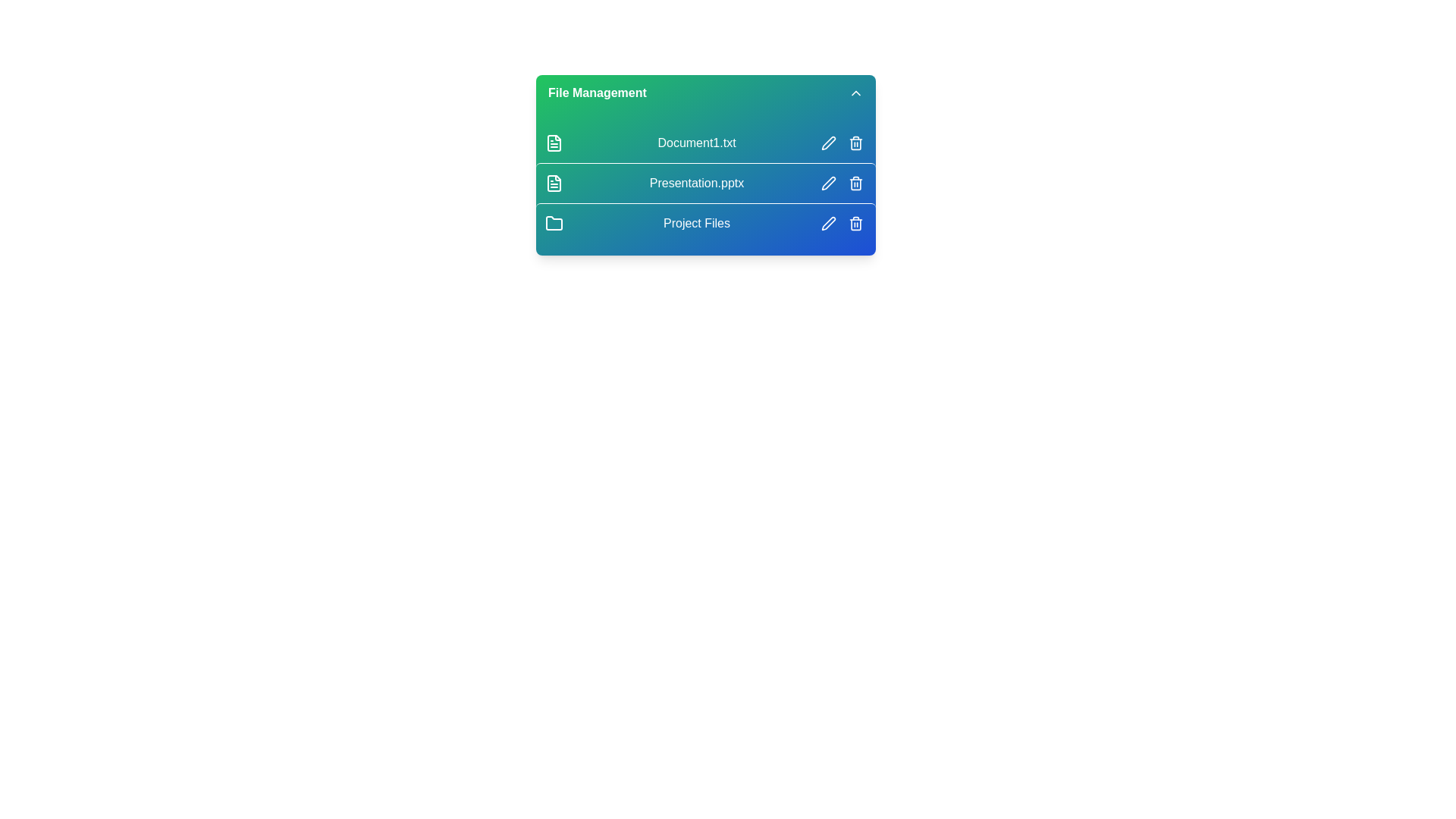  Describe the element at coordinates (705, 223) in the screenshot. I see `the file or folder identified by Project Files` at that location.